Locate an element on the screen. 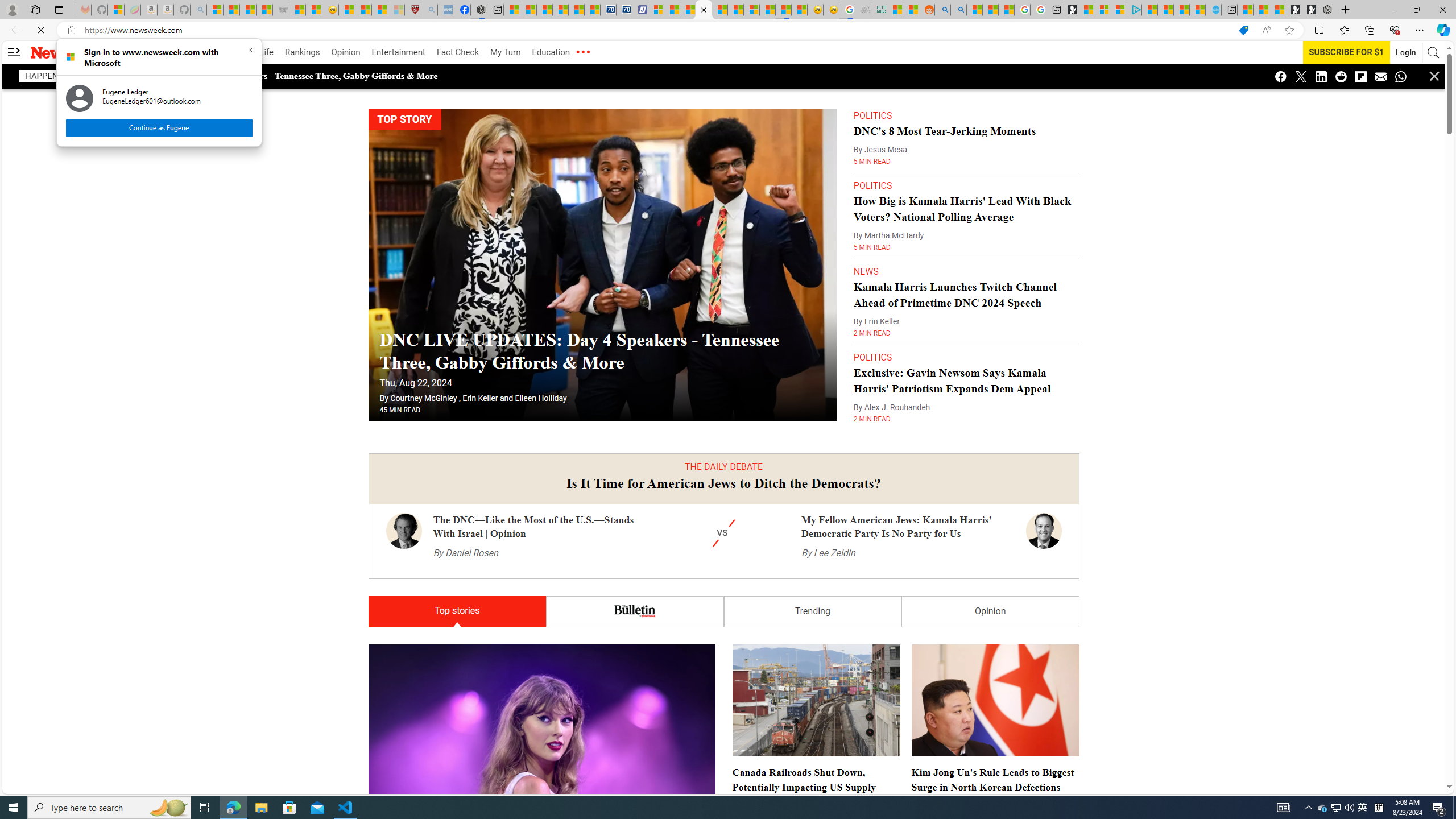 The image size is (1456, 819). 'AutomationID: moreOptions' is located at coordinates (582, 52).